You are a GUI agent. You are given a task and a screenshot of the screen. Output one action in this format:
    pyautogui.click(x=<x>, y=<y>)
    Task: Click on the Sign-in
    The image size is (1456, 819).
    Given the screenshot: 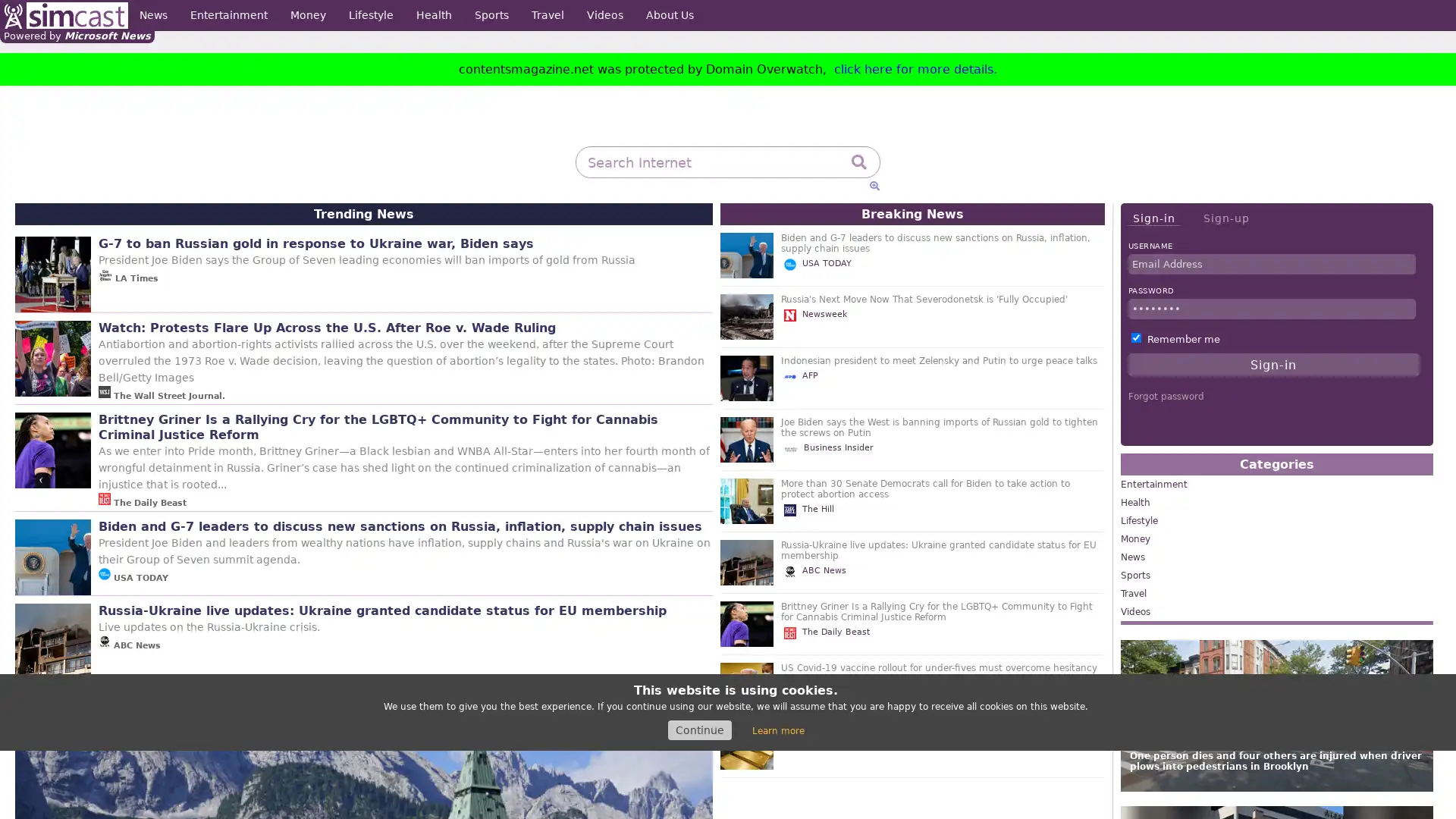 What is the action you would take?
    pyautogui.click(x=1153, y=218)
    